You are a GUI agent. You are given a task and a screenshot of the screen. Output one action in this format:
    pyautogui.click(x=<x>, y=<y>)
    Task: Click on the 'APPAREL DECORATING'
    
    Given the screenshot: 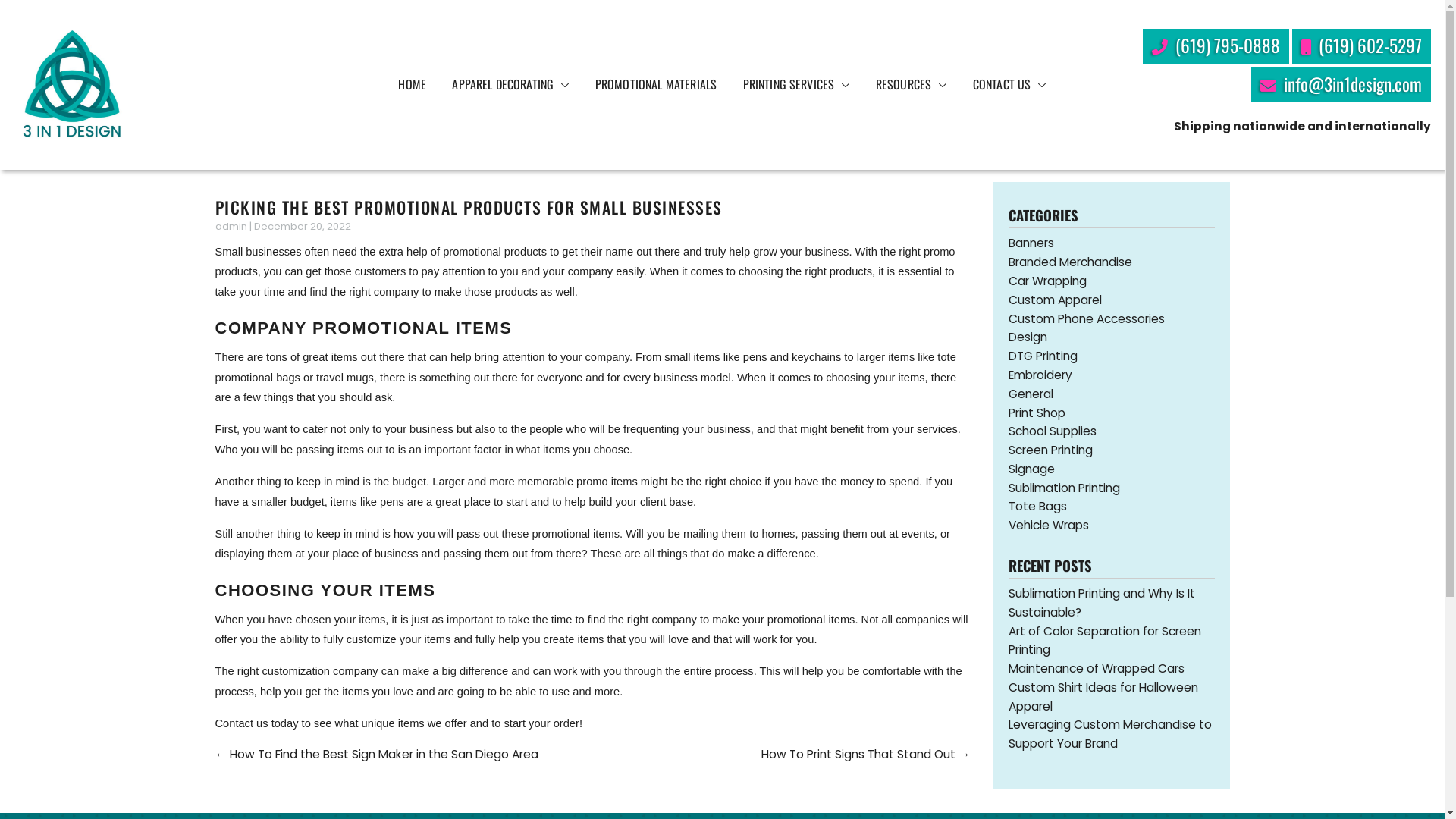 What is the action you would take?
    pyautogui.click(x=442, y=84)
    